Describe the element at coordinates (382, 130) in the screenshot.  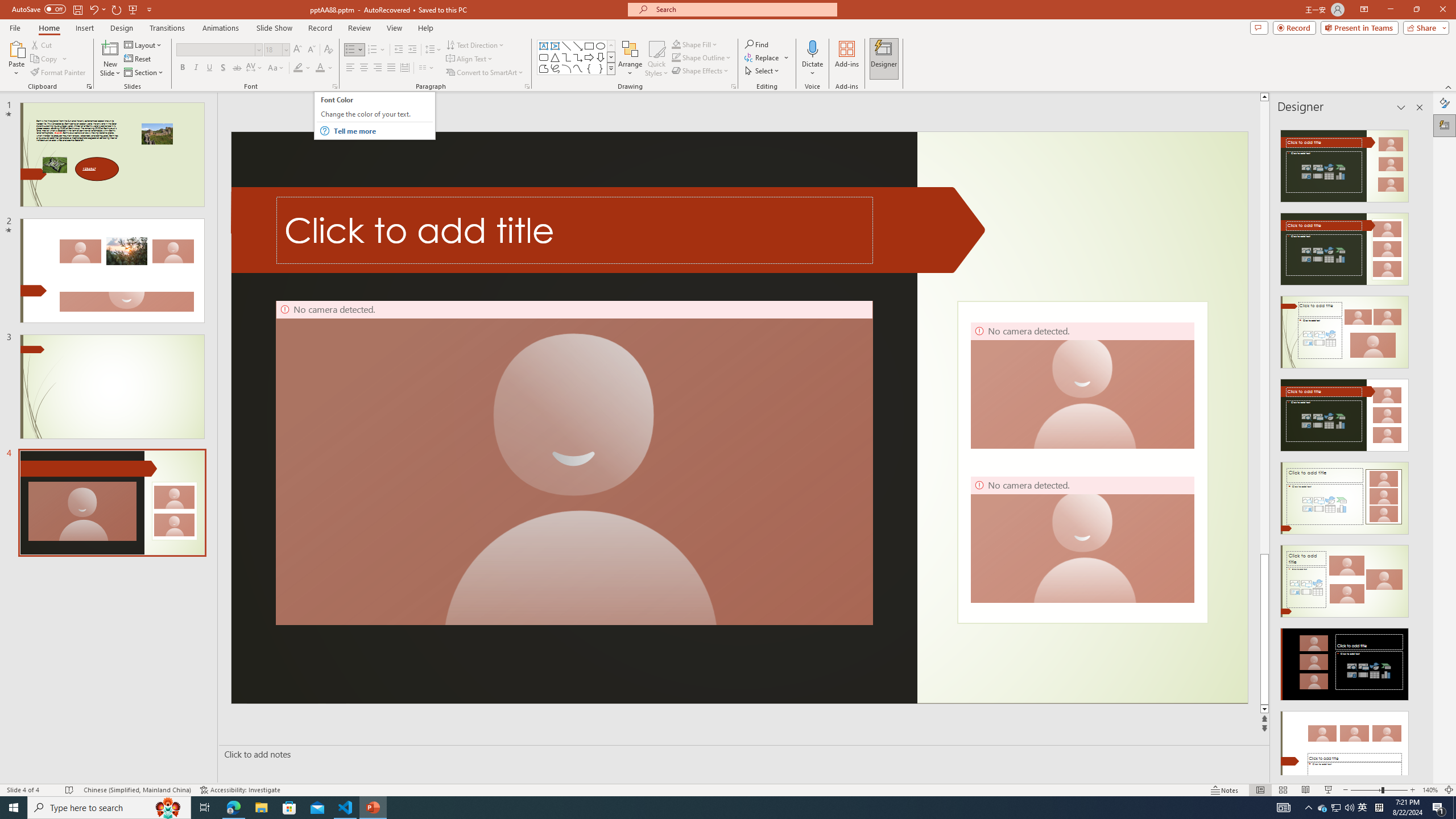
I see `'Tell me more'` at that location.